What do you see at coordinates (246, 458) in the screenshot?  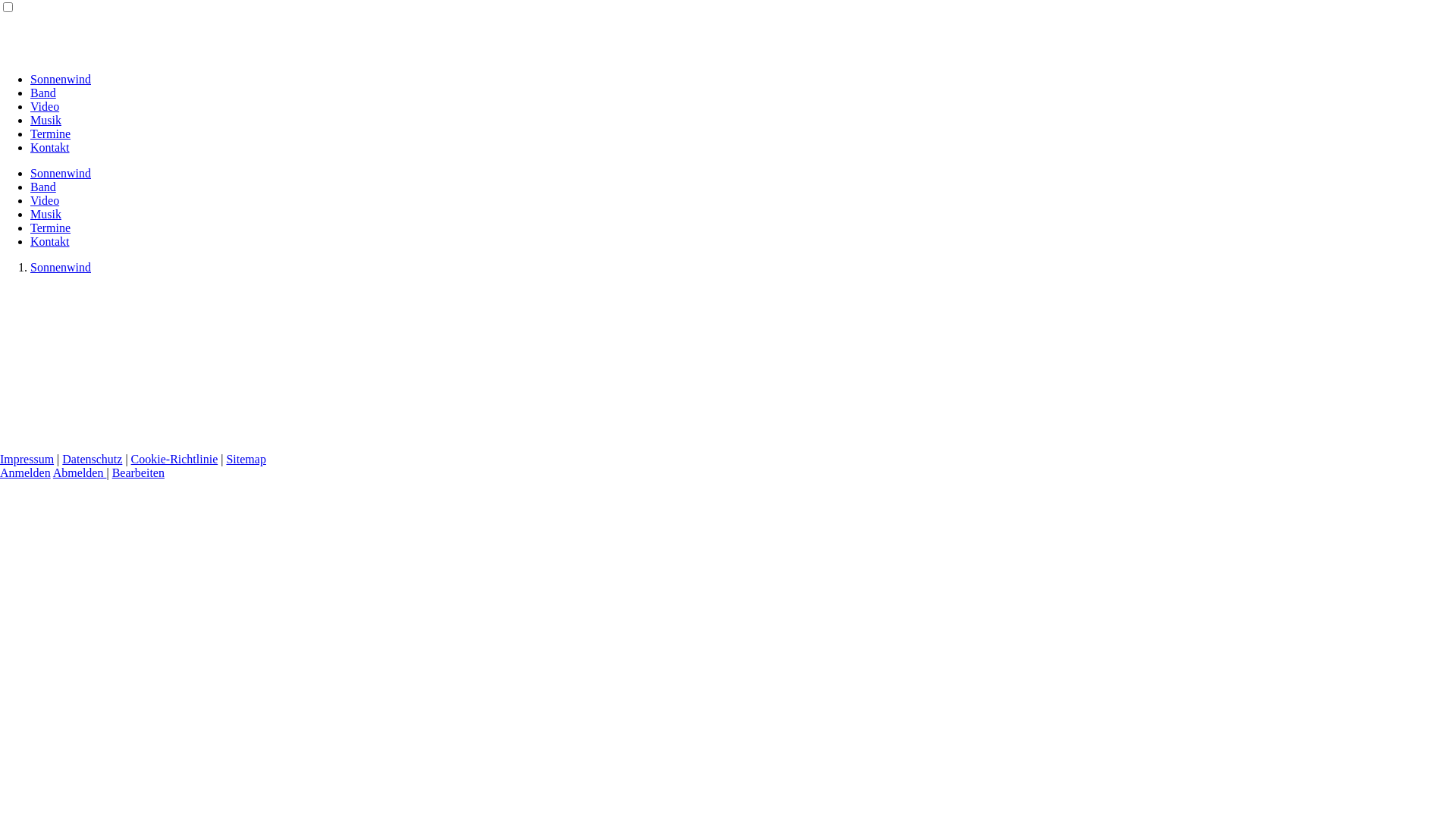 I see `'Sitemap'` at bounding box center [246, 458].